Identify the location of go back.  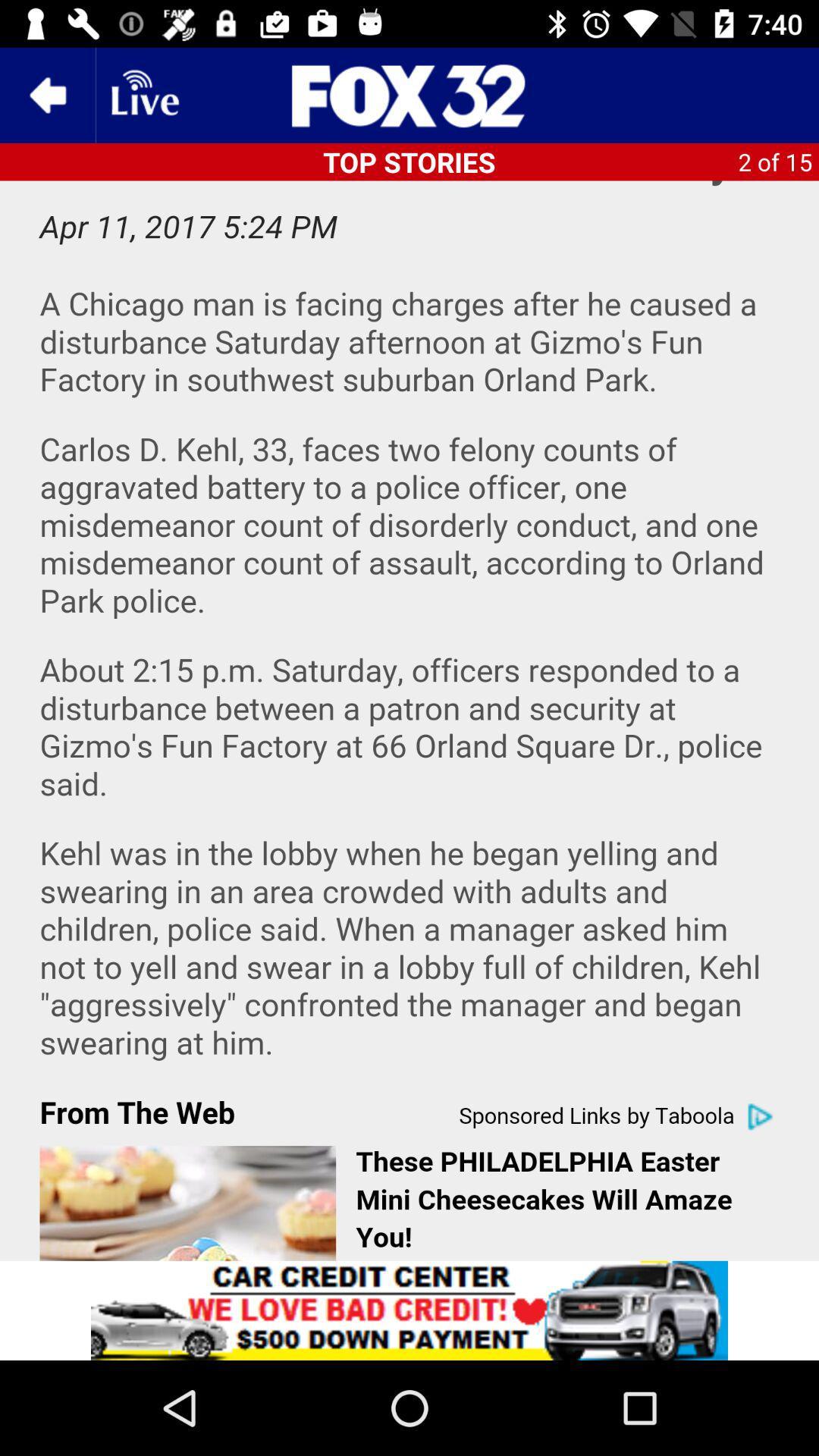
(46, 94).